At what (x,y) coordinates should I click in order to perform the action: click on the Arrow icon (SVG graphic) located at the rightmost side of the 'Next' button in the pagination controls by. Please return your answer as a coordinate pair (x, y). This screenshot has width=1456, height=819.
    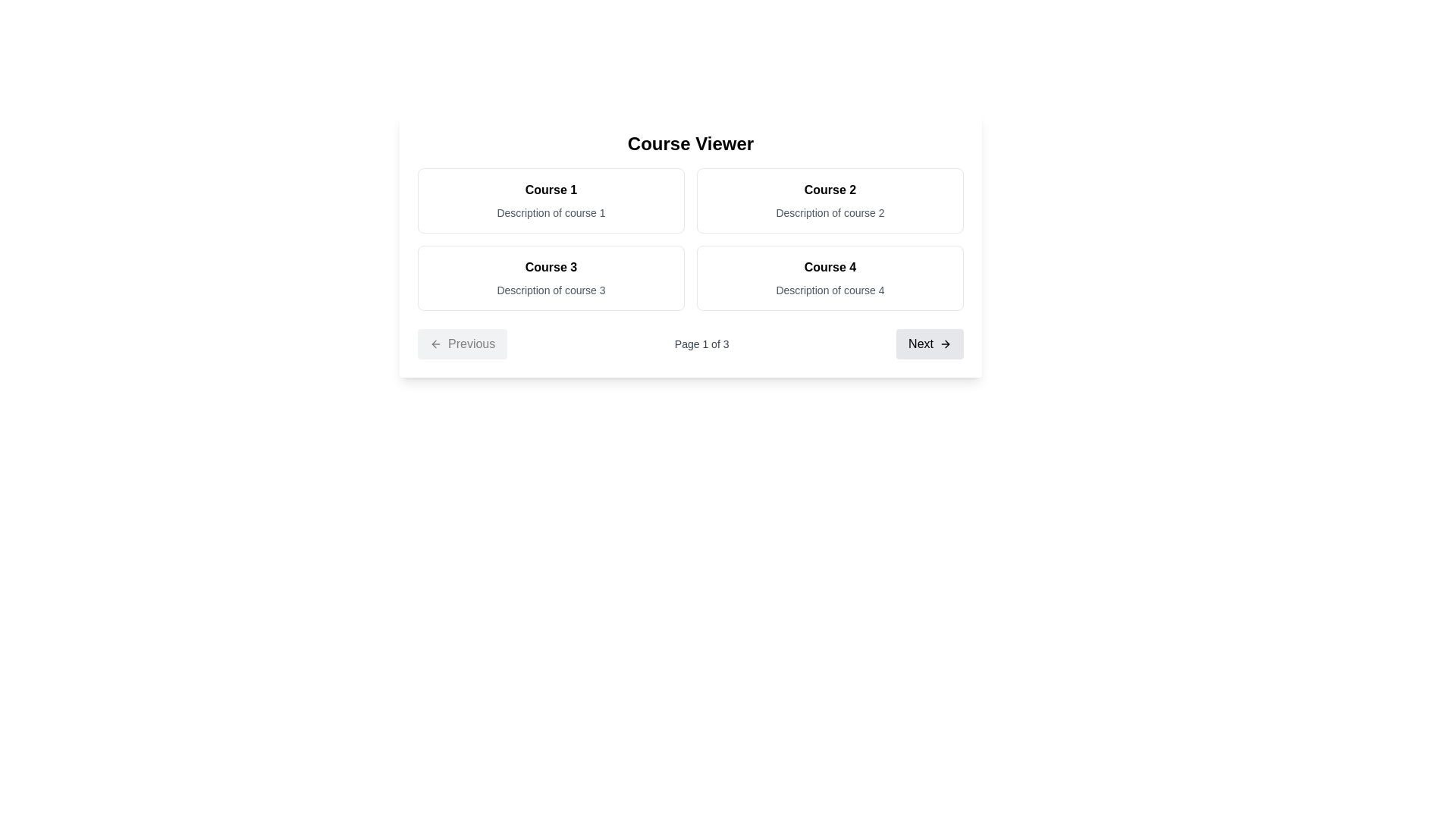
    Looking at the image, I should click on (945, 344).